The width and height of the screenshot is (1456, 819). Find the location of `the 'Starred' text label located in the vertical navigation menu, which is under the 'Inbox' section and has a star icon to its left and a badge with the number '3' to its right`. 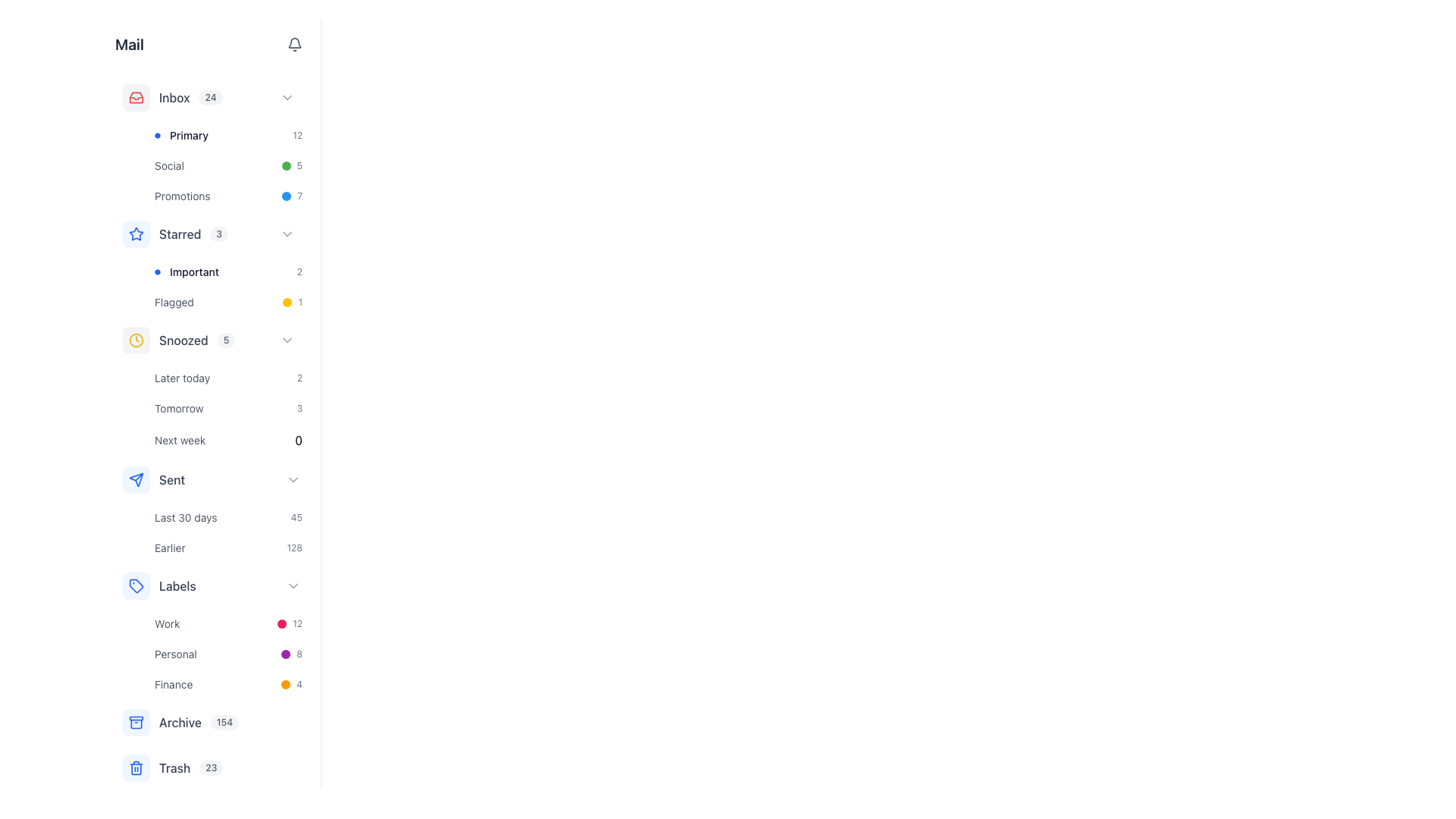

the 'Starred' text label located in the vertical navigation menu, which is under the 'Inbox' section and has a star icon to its left and a badge with the number '3' to its right is located at coordinates (180, 234).